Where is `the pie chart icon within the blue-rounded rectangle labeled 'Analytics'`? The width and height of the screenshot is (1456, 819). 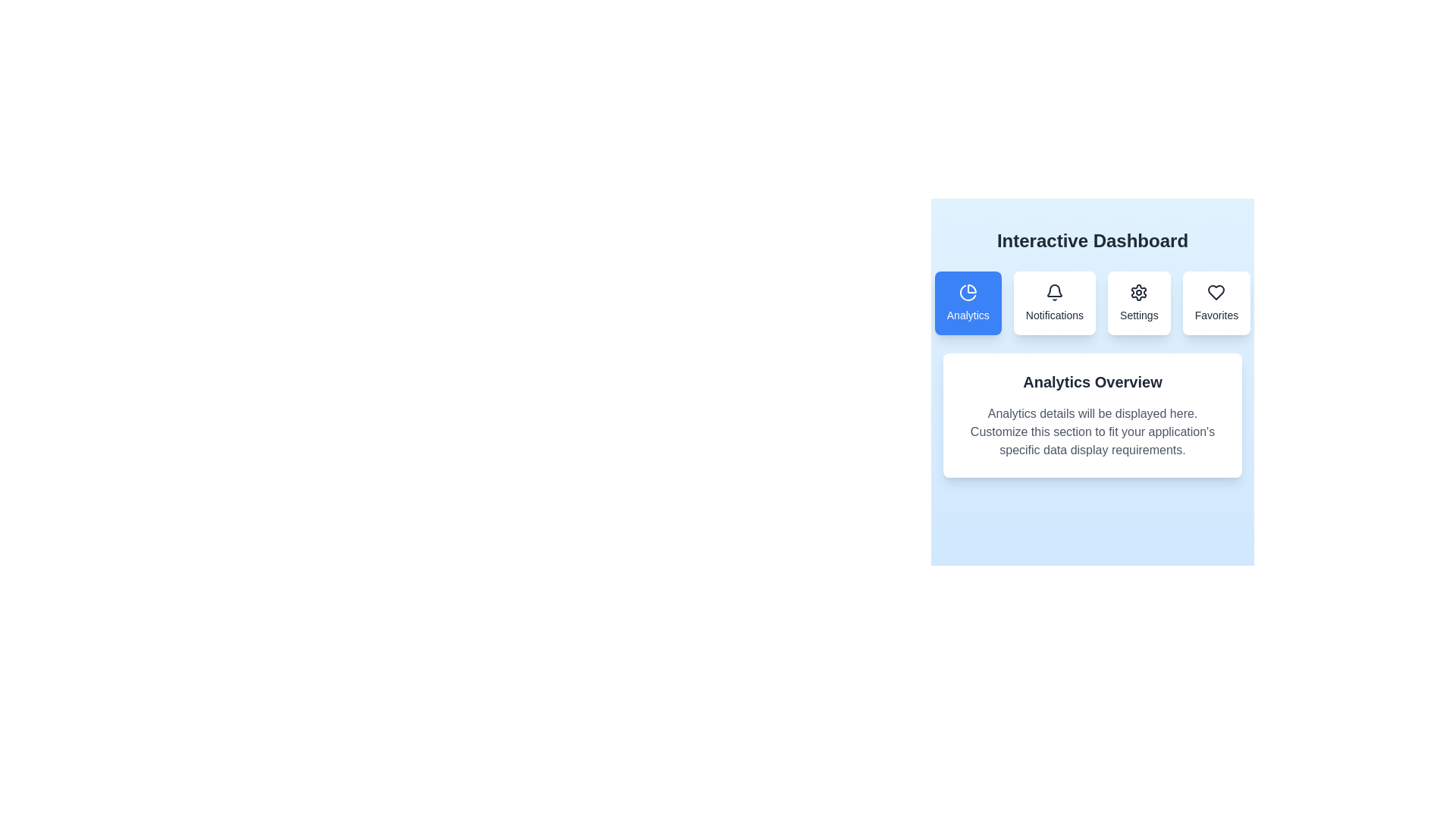 the pie chart icon within the blue-rounded rectangle labeled 'Analytics' is located at coordinates (967, 292).